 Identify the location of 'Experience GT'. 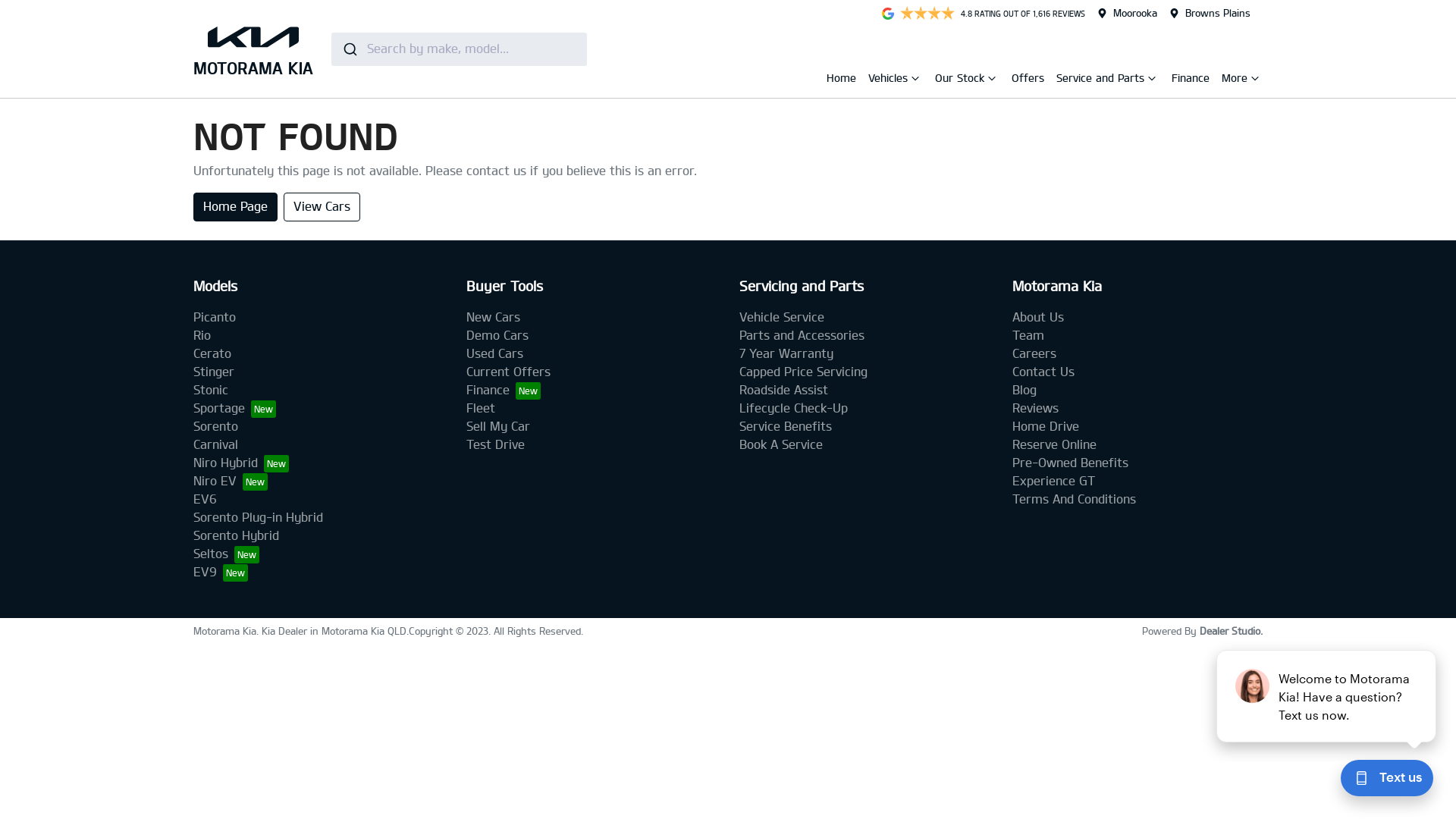
(1053, 481).